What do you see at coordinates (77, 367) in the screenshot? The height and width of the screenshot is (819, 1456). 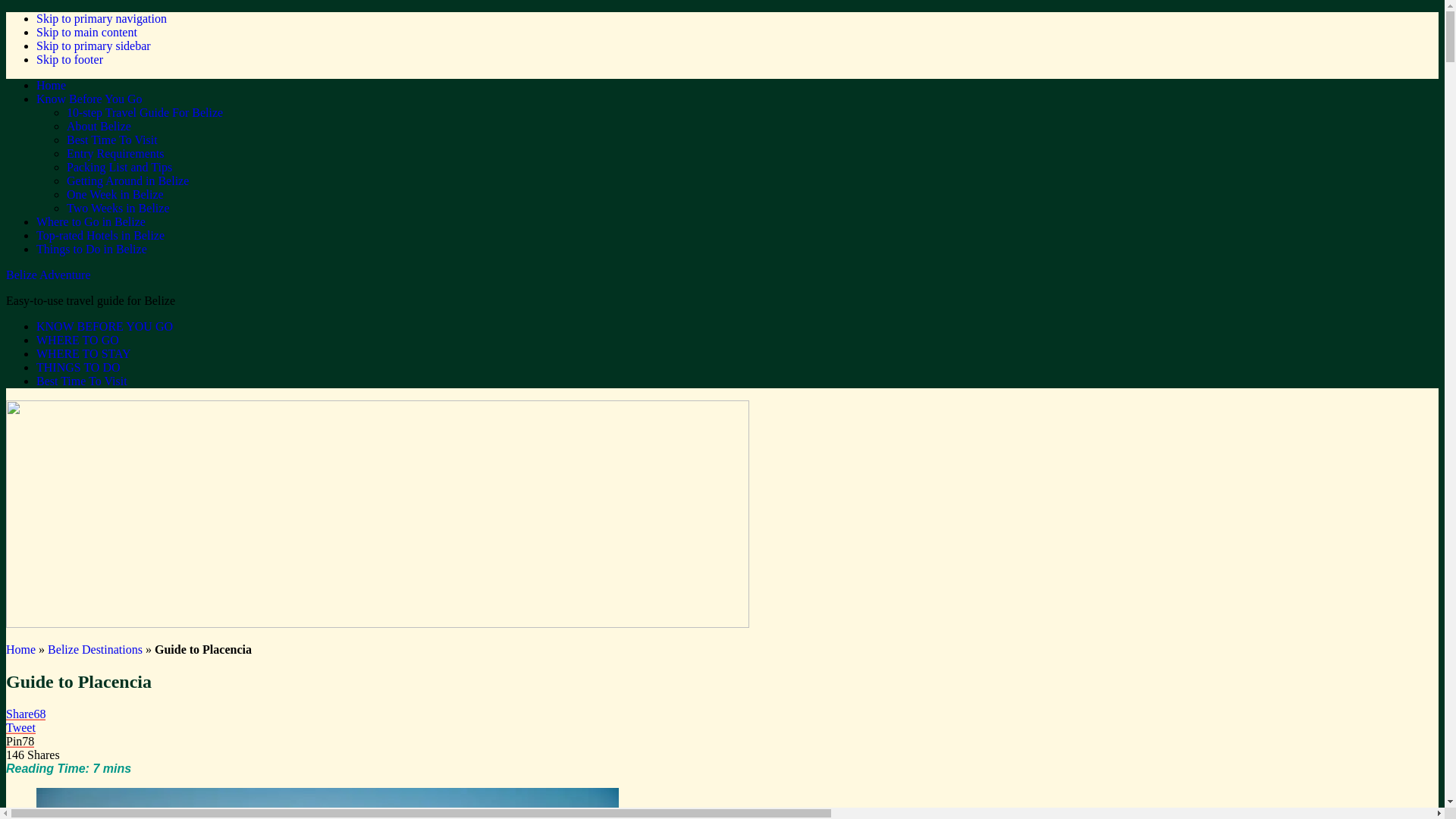 I see `'THINGS TO DO'` at bounding box center [77, 367].